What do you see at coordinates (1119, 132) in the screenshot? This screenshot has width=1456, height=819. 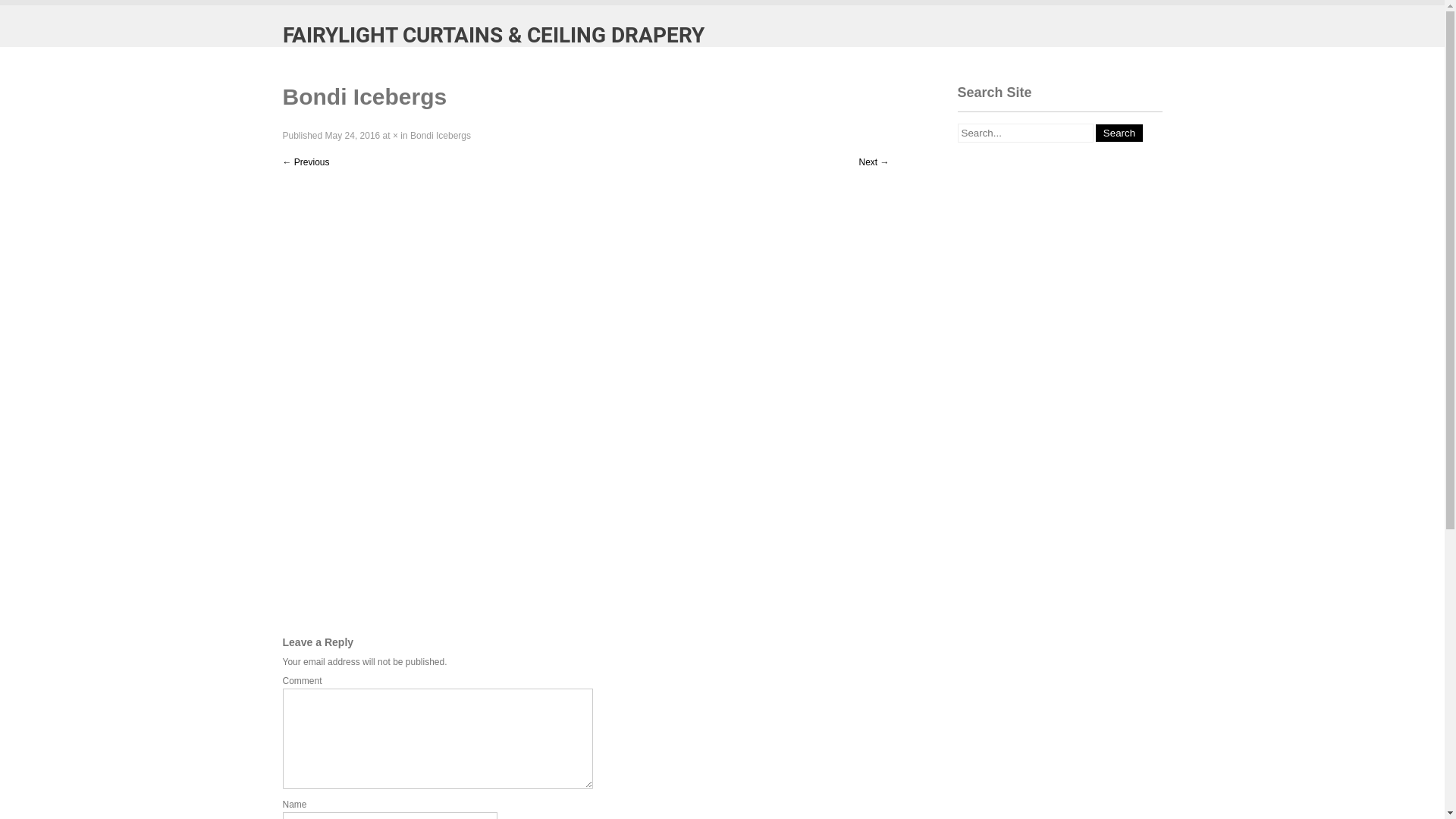 I see `'Search'` at bounding box center [1119, 132].